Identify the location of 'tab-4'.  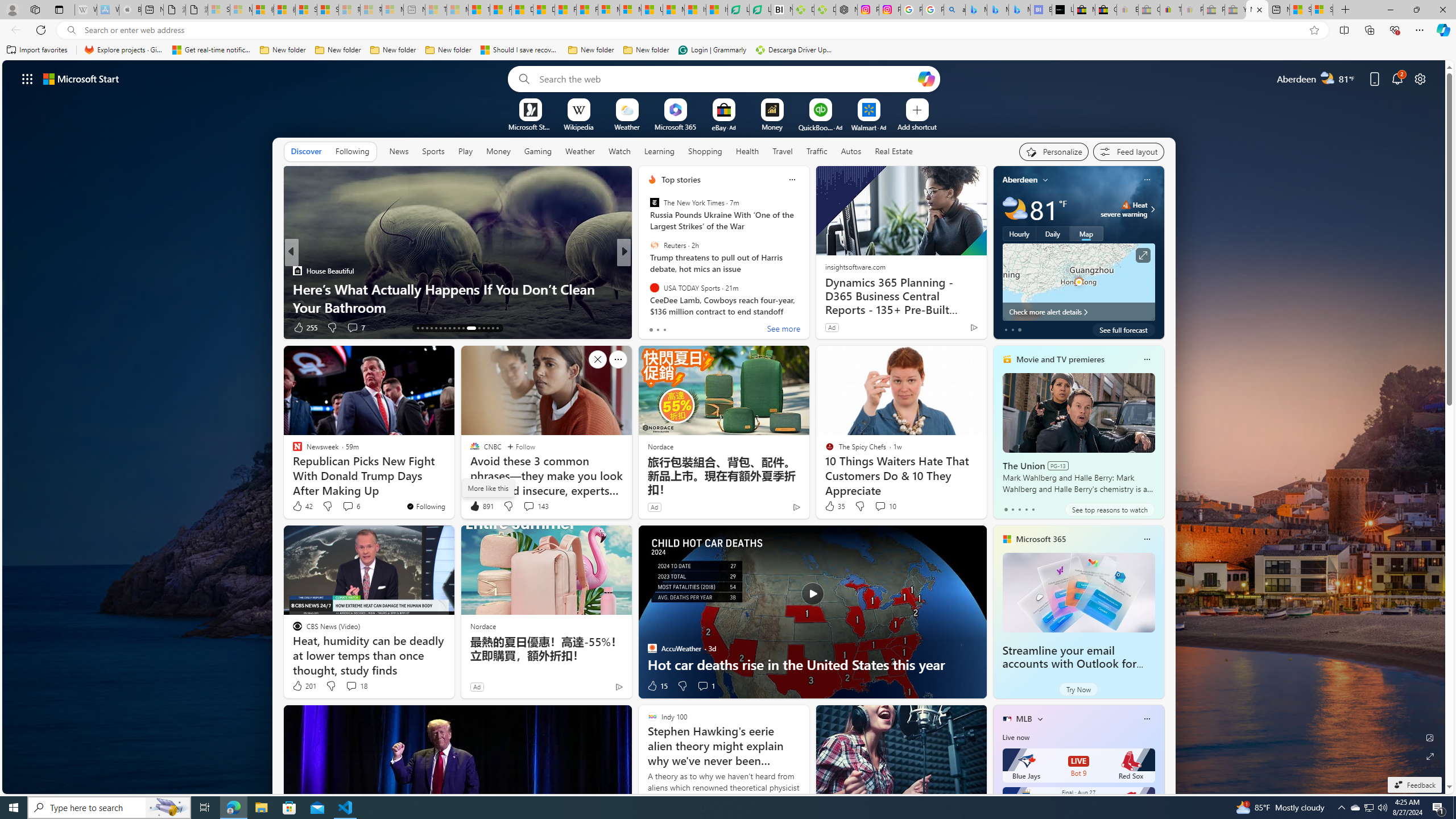
(1032, 509).